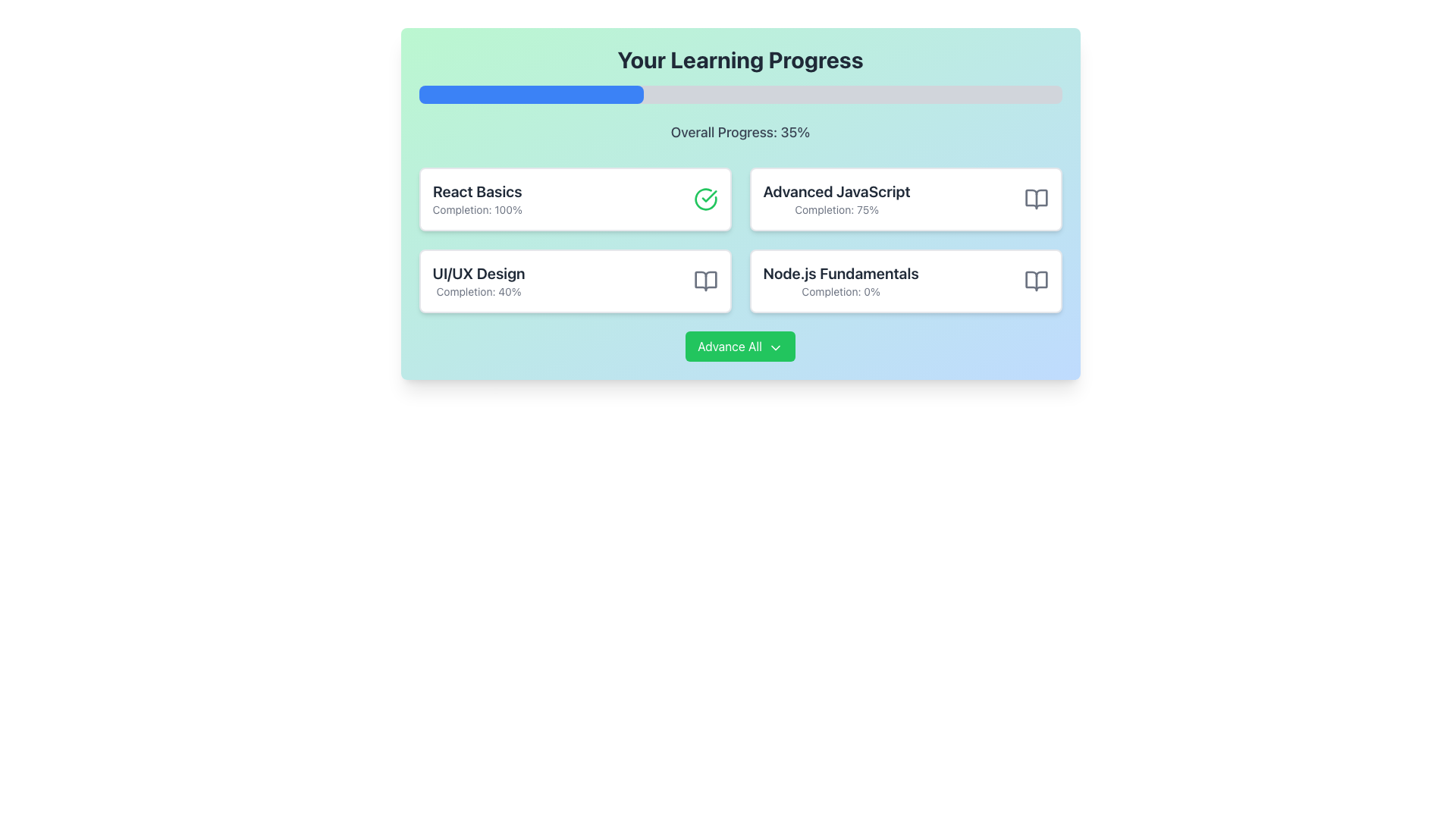 This screenshot has width=1456, height=819. Describe the element at coordinates (840, 274) in the screenshot. I see `the 'Node.js Fundamentals' title label located in the bottom-right card of the grid layout, which indicates the topic of the learning module` at that location.